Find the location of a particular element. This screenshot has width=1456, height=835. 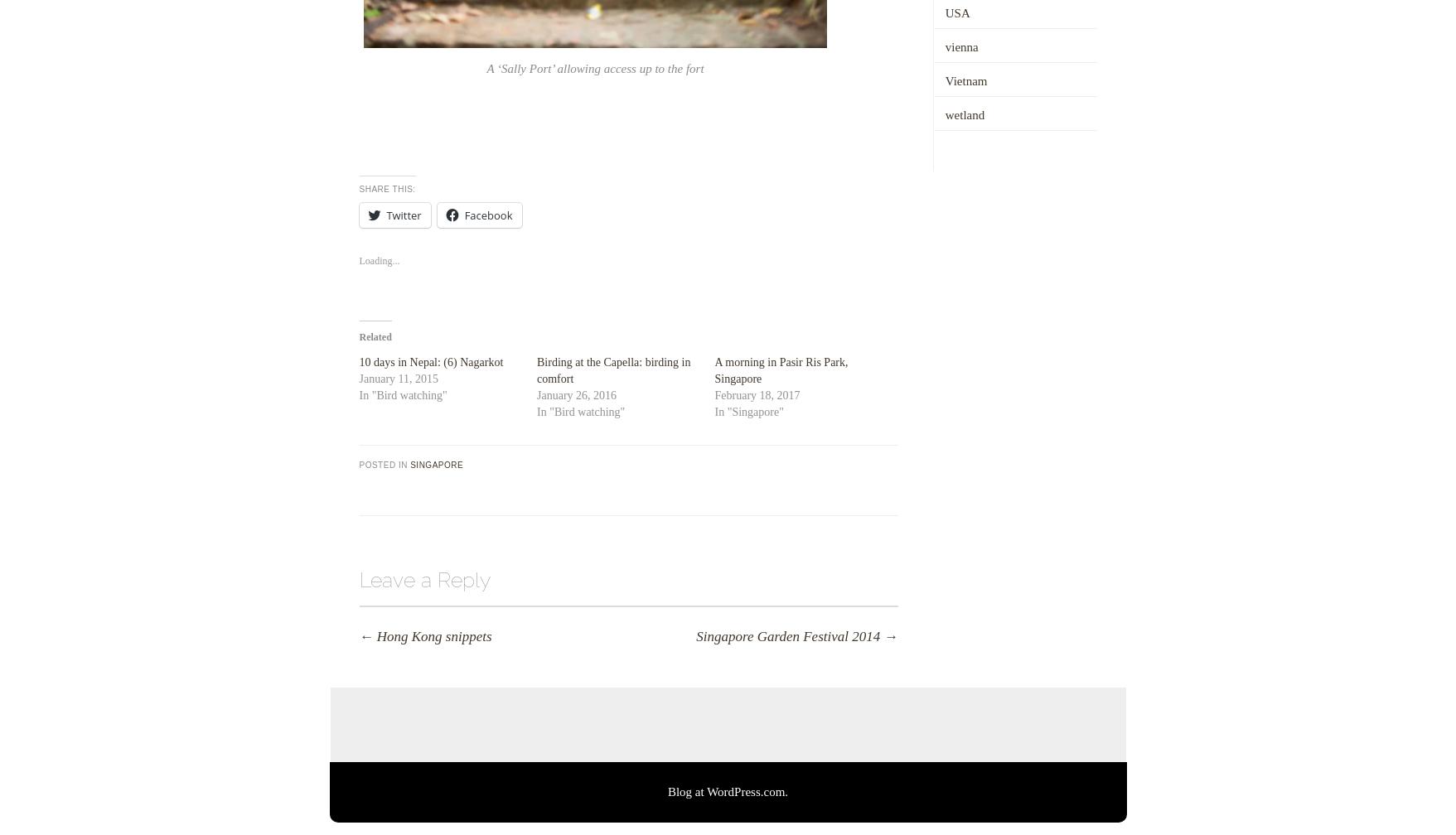

'Blog at WordPress.com.' is located at coordinates (727, 788).